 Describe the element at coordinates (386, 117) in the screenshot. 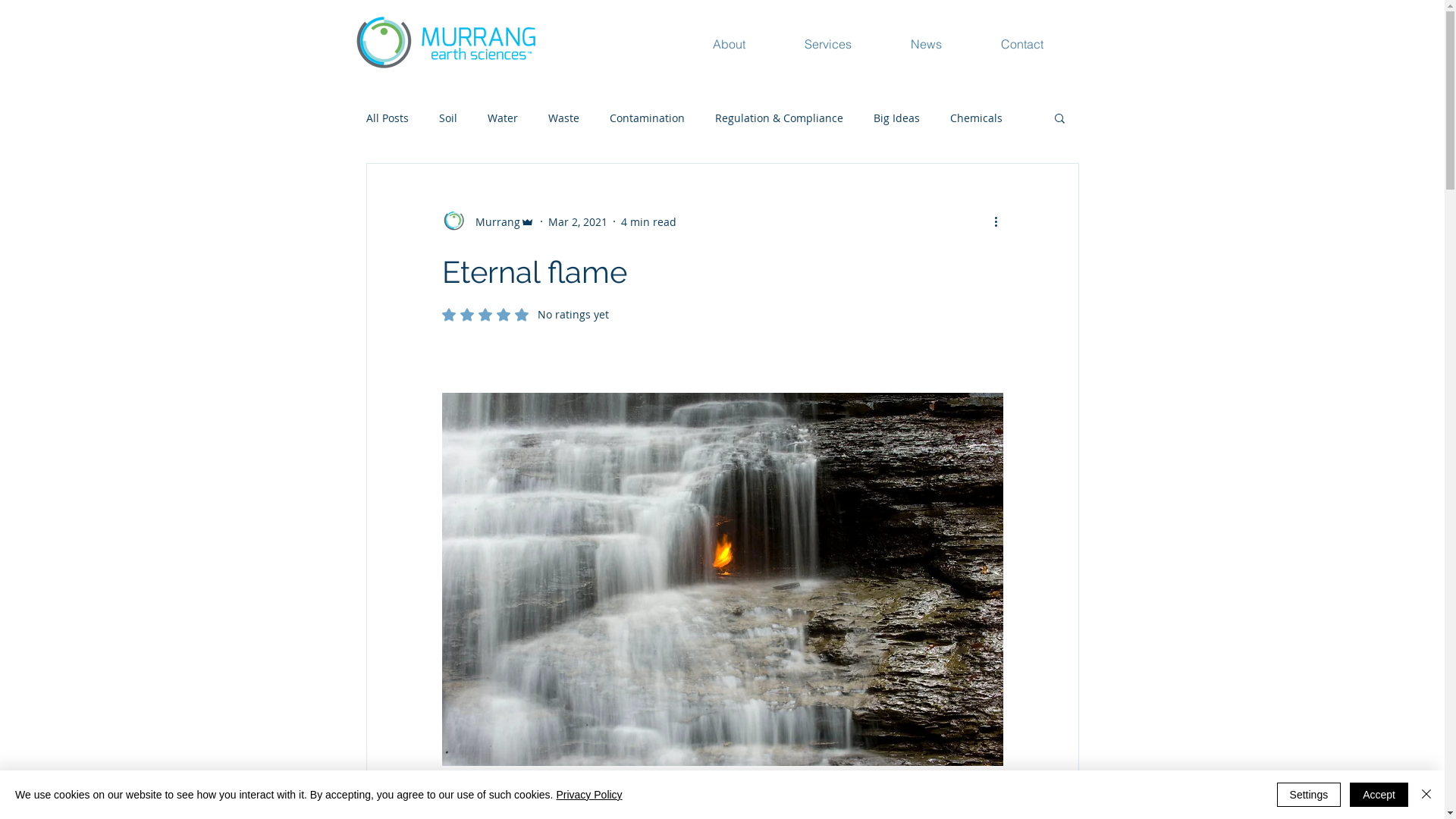

I see `'All Posts'` at that location.